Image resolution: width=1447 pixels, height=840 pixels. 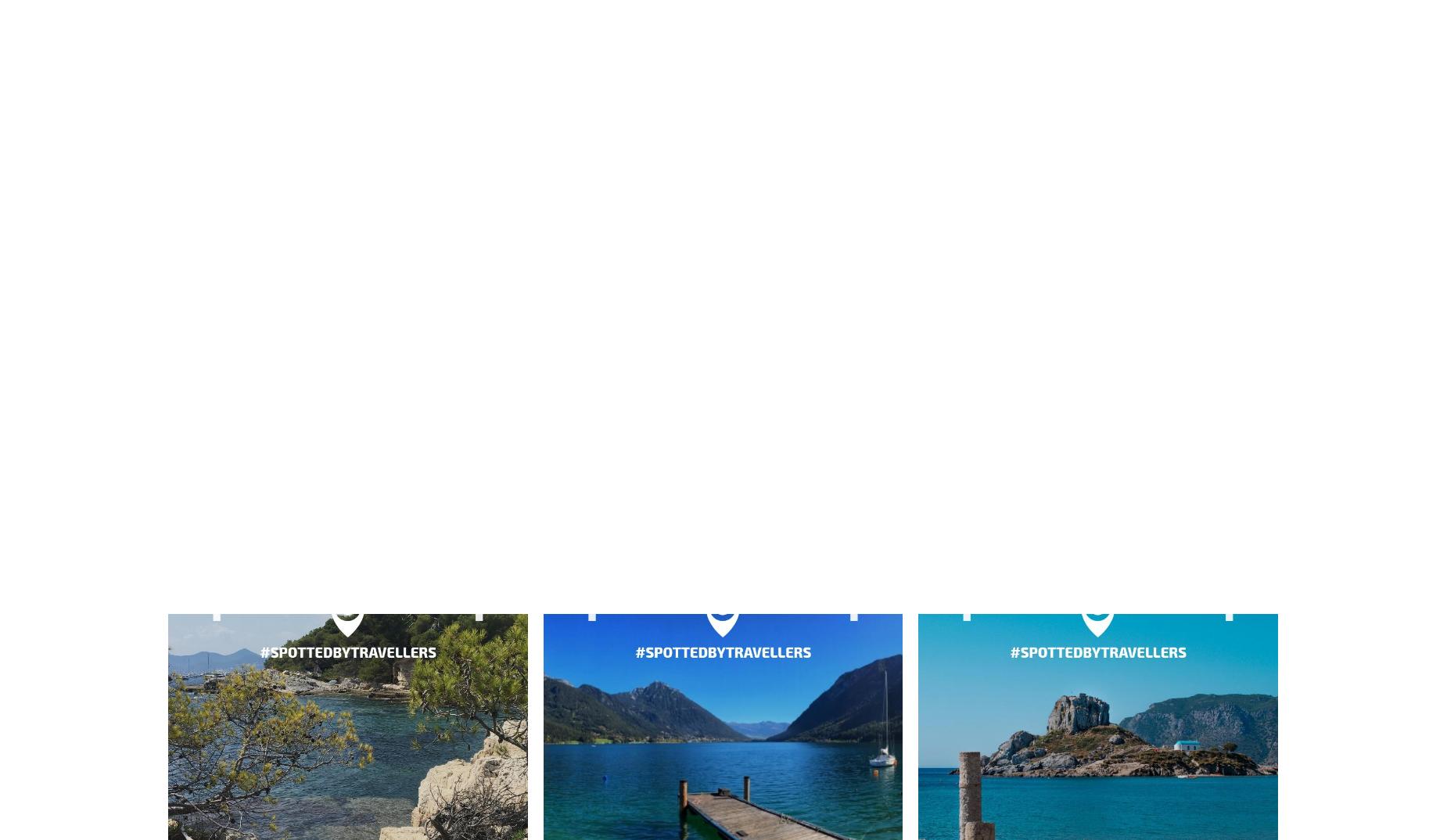 I want to click on 'Grèce', so click(x=346, y=497).